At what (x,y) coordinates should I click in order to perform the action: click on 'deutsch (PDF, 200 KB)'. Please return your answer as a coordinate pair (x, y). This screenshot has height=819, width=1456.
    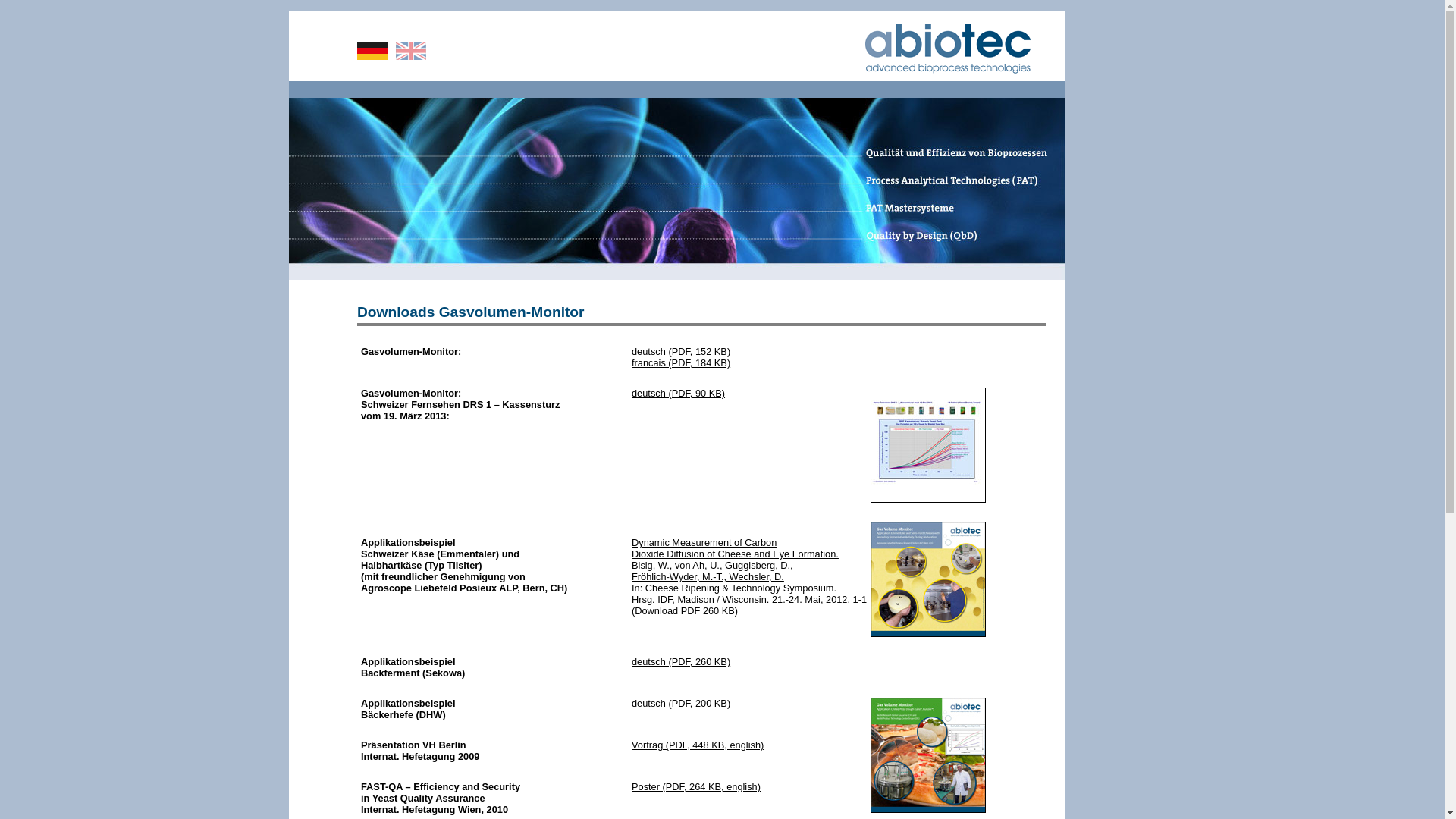
    Looking at the image, I should click on (679, 703).